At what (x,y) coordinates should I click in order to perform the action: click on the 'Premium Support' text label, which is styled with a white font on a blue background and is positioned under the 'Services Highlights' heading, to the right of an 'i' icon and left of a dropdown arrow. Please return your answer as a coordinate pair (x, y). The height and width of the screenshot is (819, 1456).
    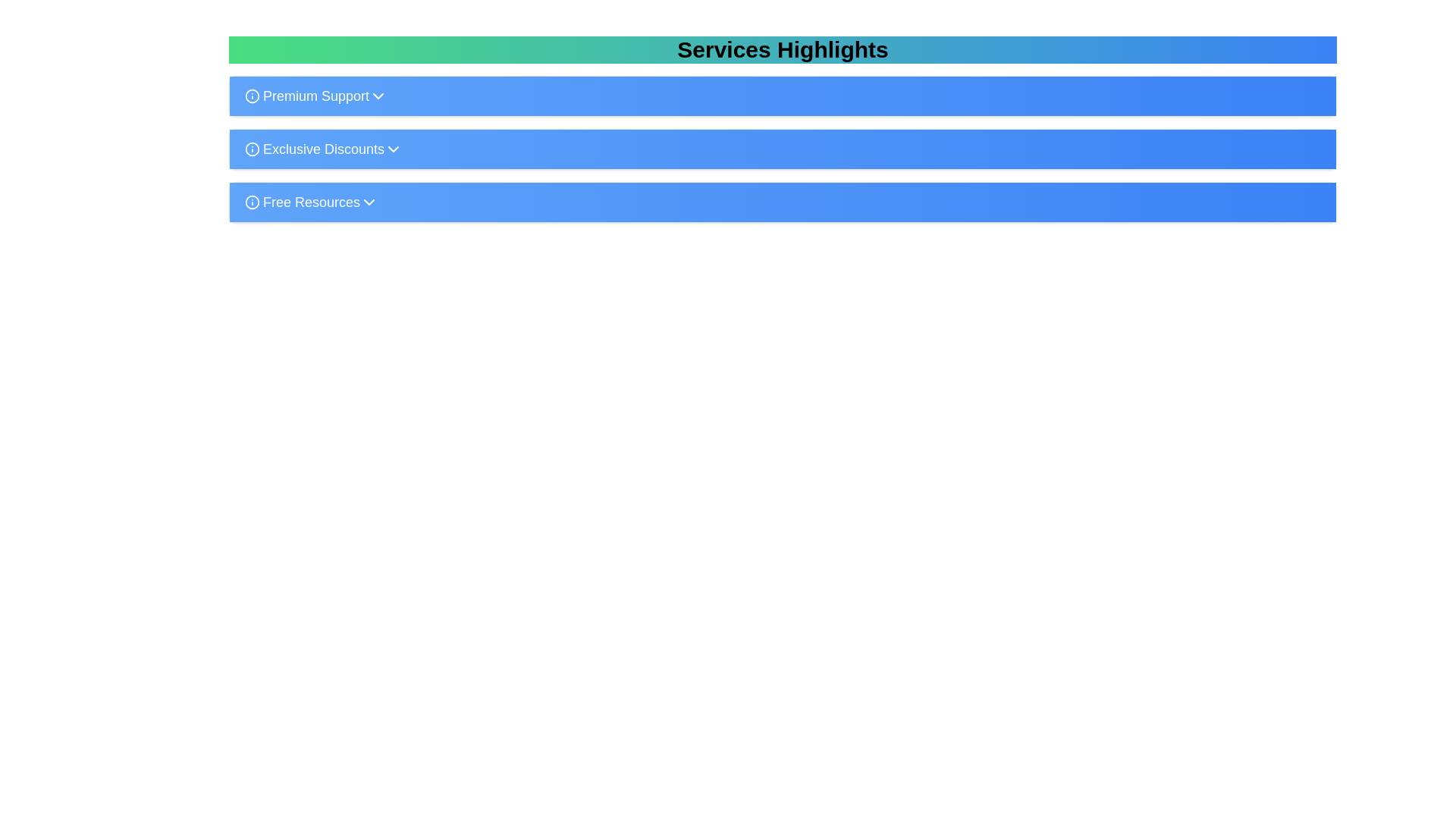
    Looking at the image, I should click on (315, 96).